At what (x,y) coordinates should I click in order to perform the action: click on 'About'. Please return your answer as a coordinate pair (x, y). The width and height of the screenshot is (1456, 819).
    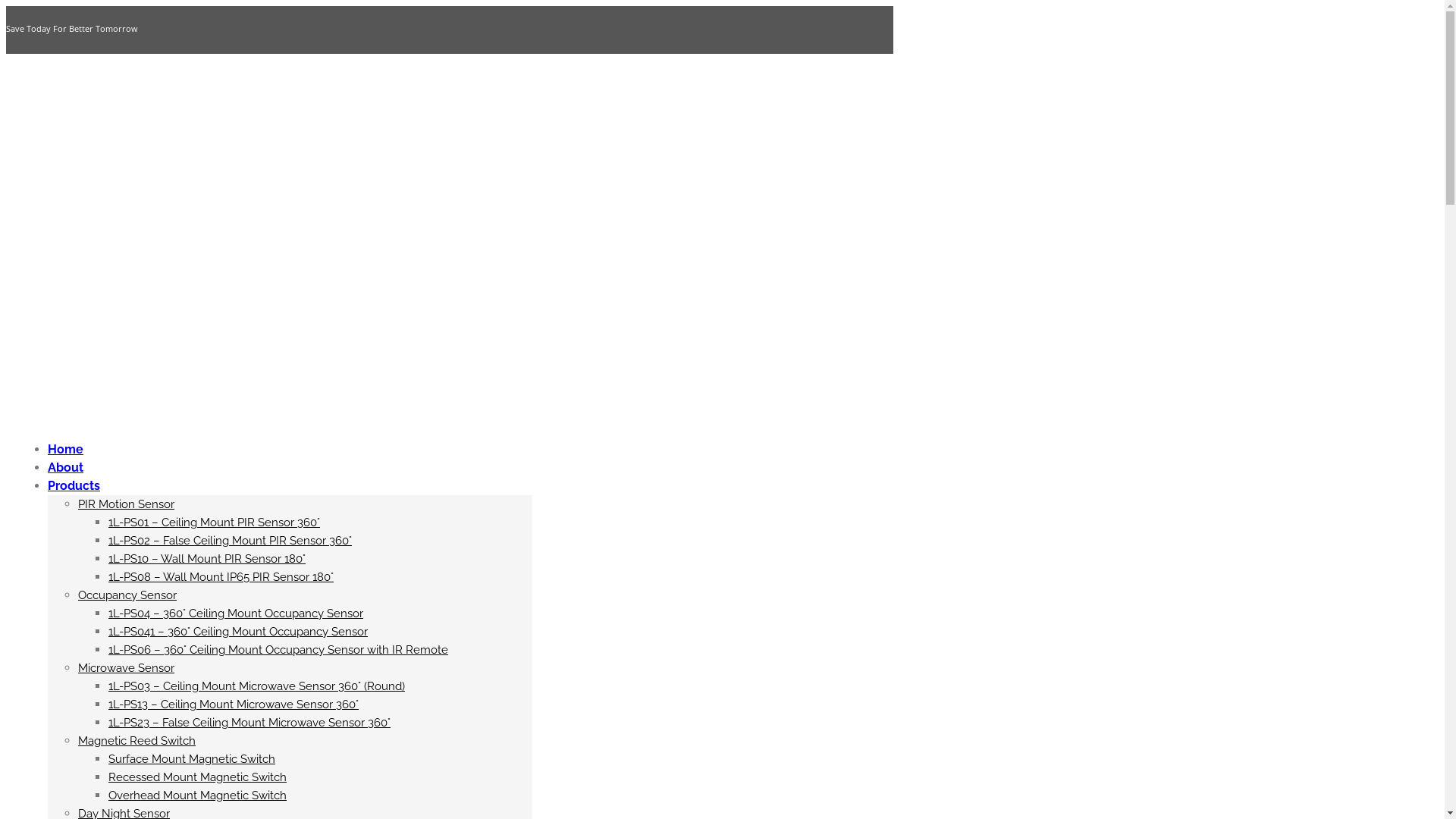
    Looking at the image, I should click on (64, 466).